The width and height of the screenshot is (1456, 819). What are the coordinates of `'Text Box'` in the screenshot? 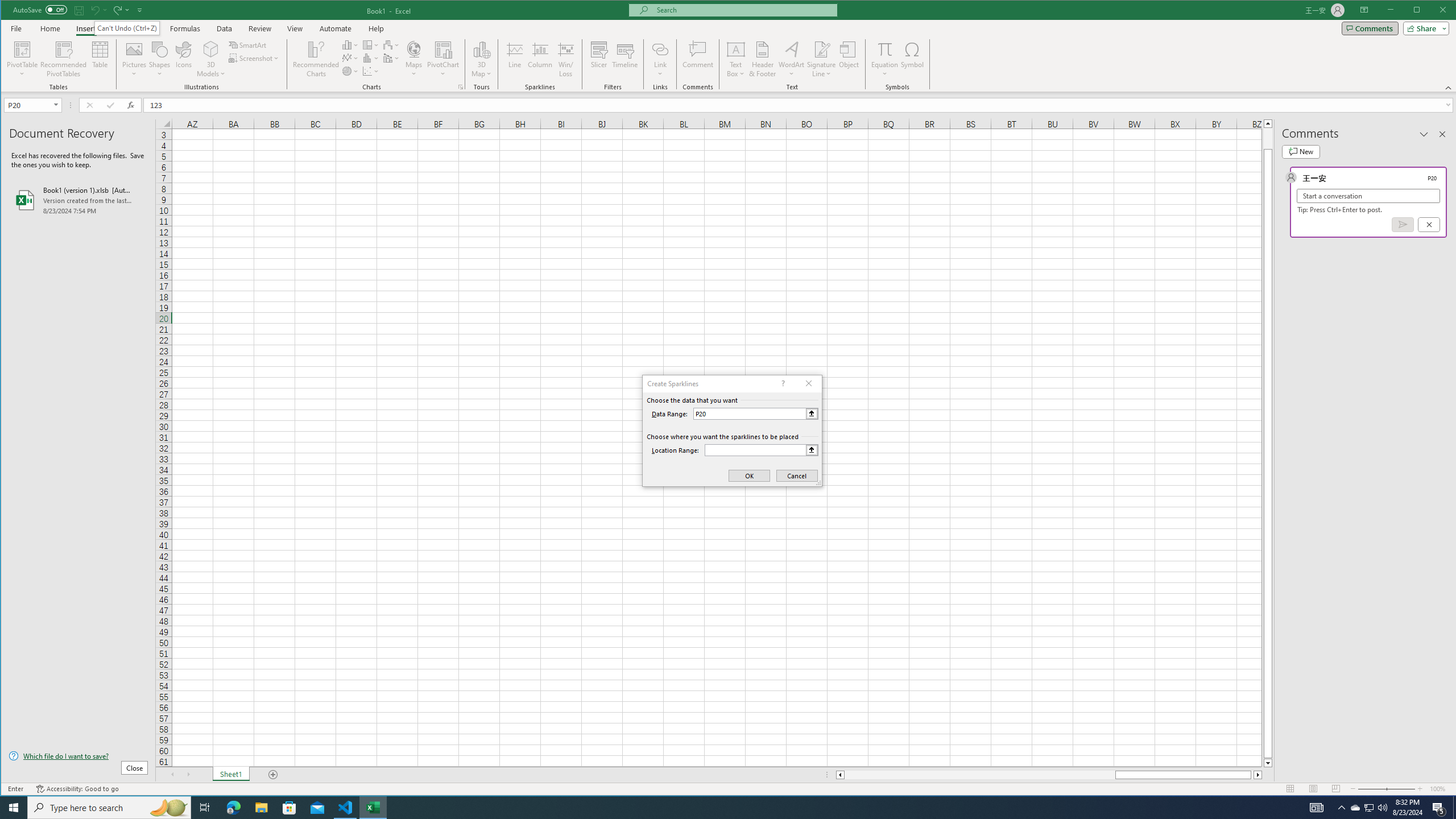 It's located at (735, 59).